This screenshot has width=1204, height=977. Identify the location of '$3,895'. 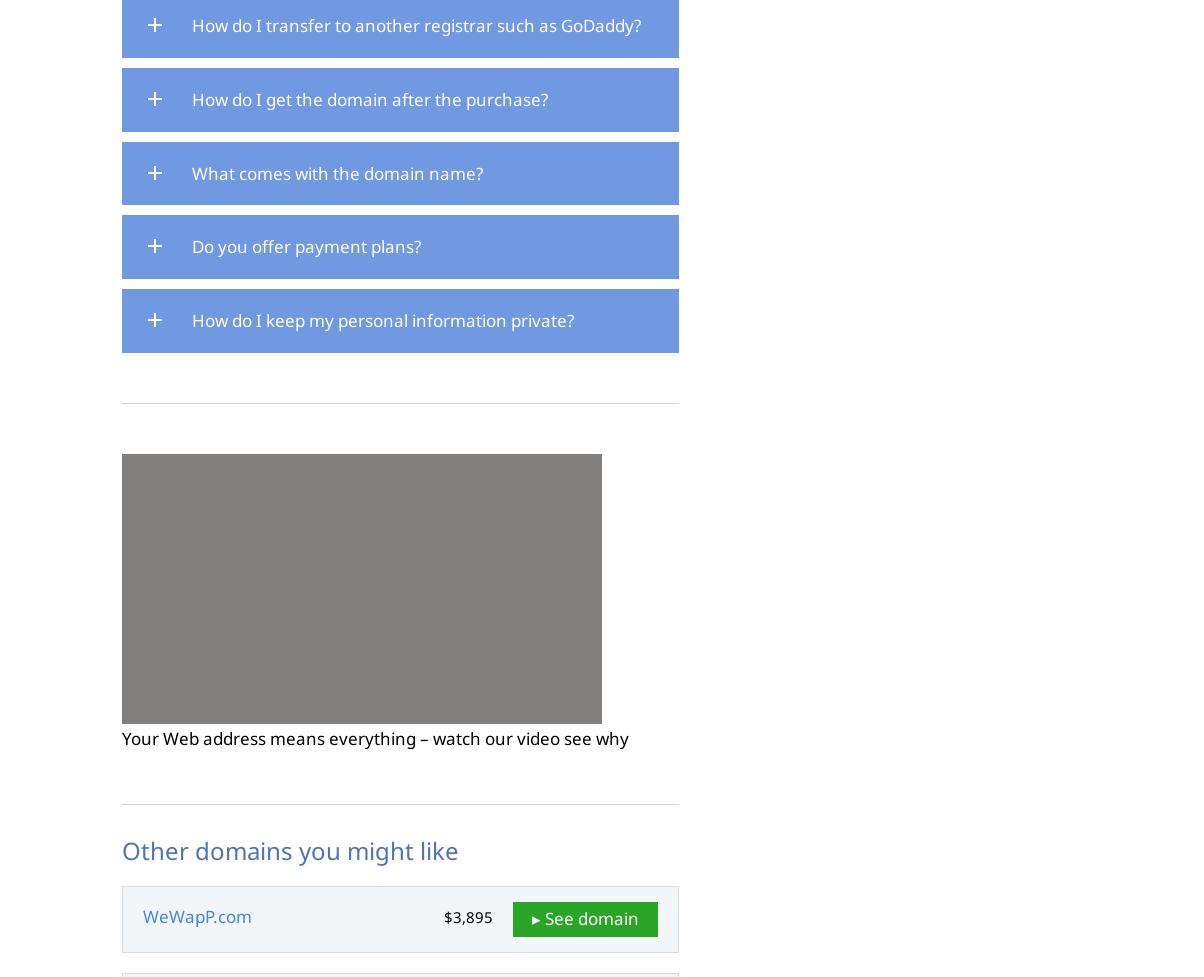
(468, 915).